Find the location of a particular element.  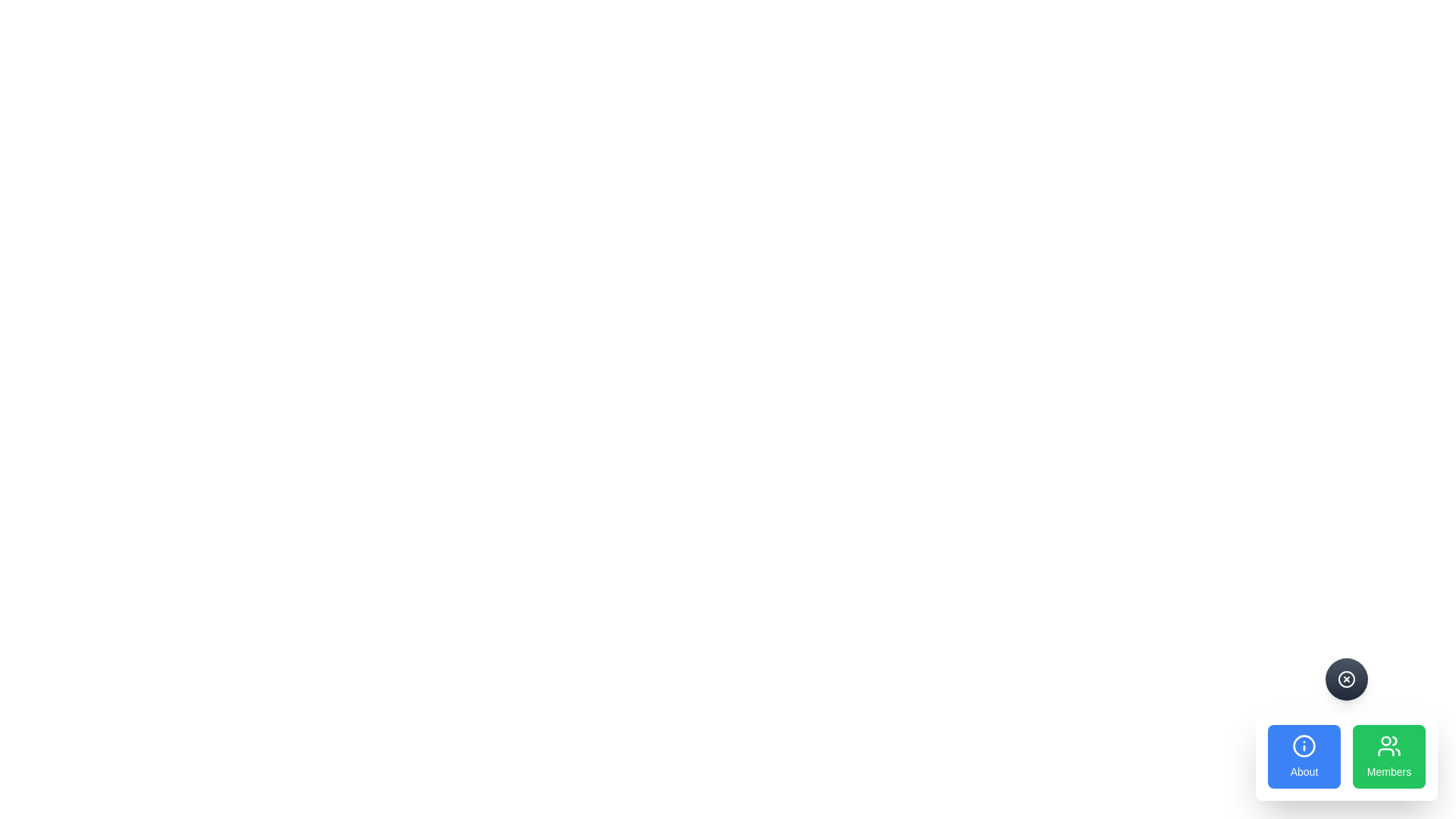

the circular button icon that signifies a closing action or an error notification is located at coordinates (1347, 678).